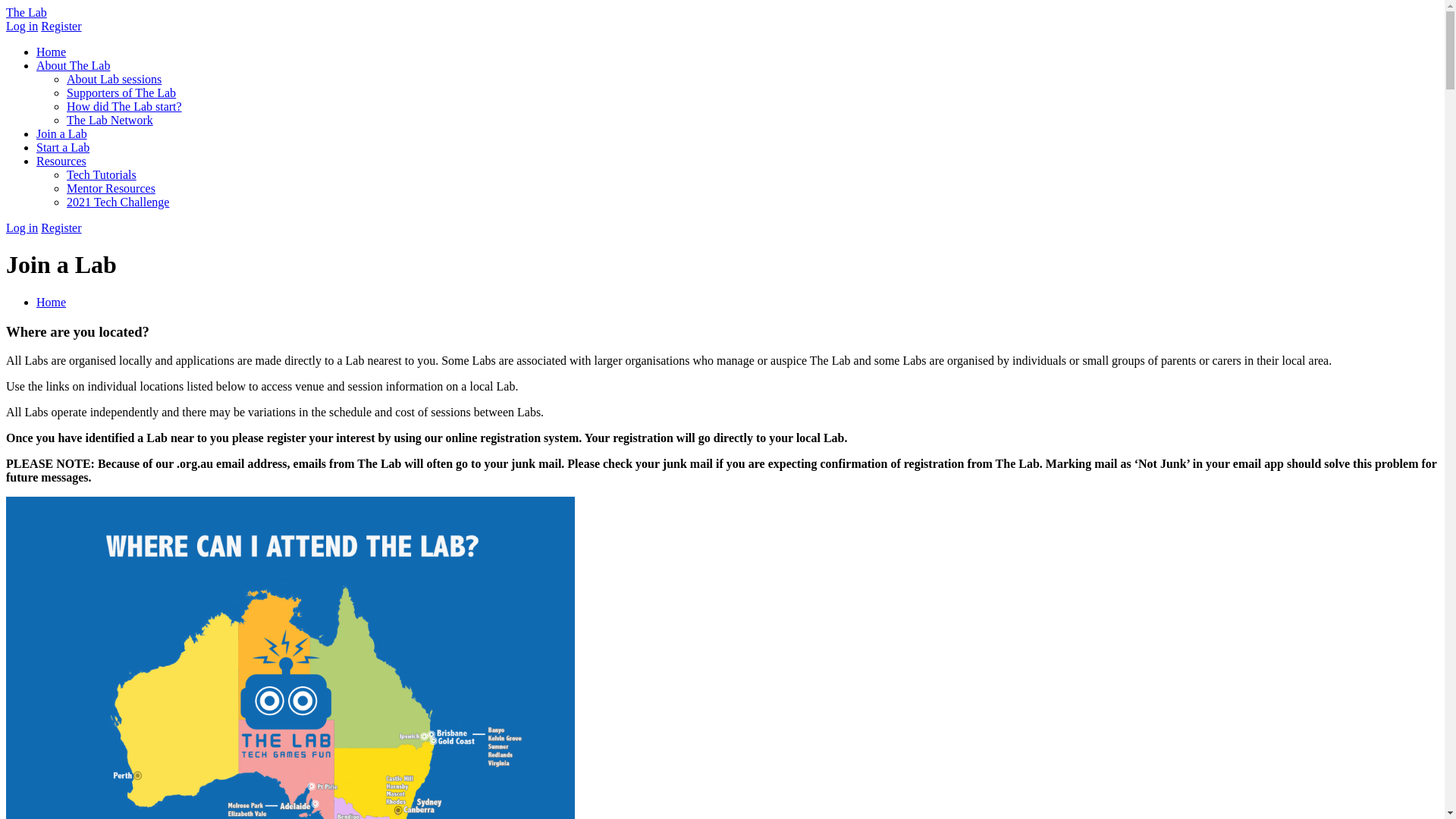 The height and width of the screenshot is (819, 1456). I want to click on 'How did The Lab start?', so click(124, 105).